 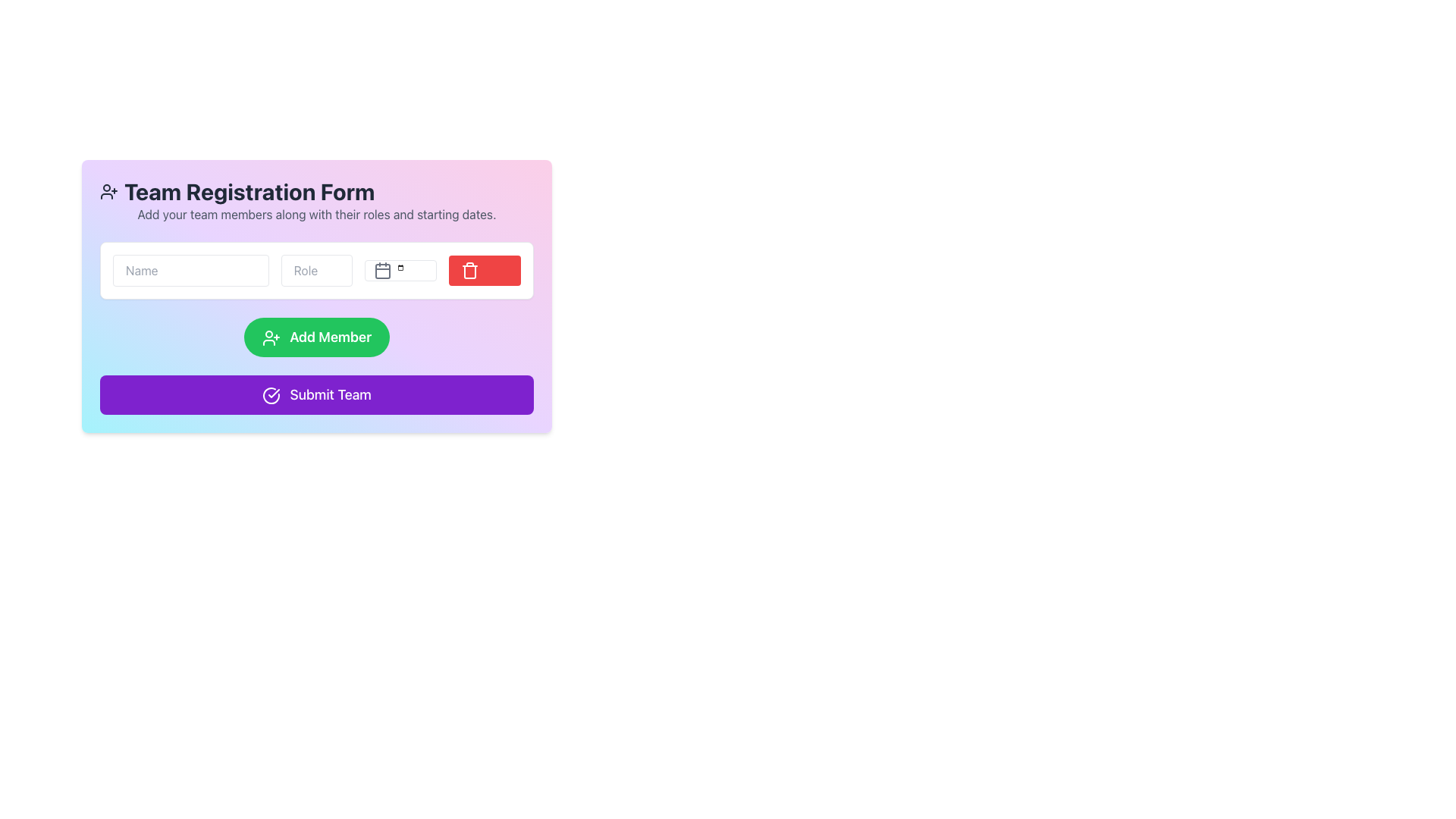 What do you see at coordinates (315, 327) in the screenshot?
I see `the green, rounded rectangle-shaped button labeled 'Add Member' located below the form input section` at bounding box center [315, 327].